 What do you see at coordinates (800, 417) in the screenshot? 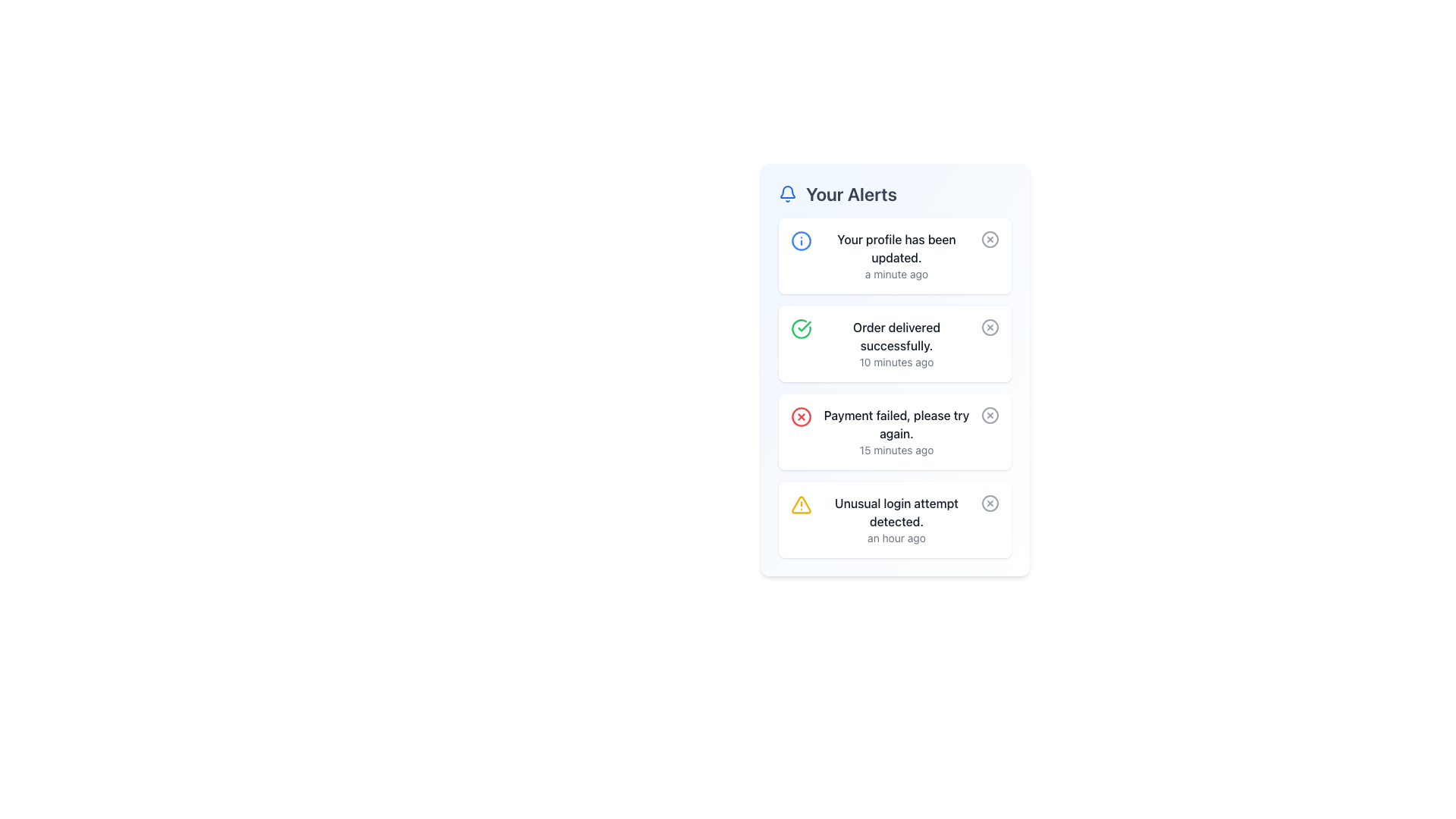
I see `the warning icon that signifies a payment failure, located in the third notification item of the alert message` at bounding box center [800, 417].